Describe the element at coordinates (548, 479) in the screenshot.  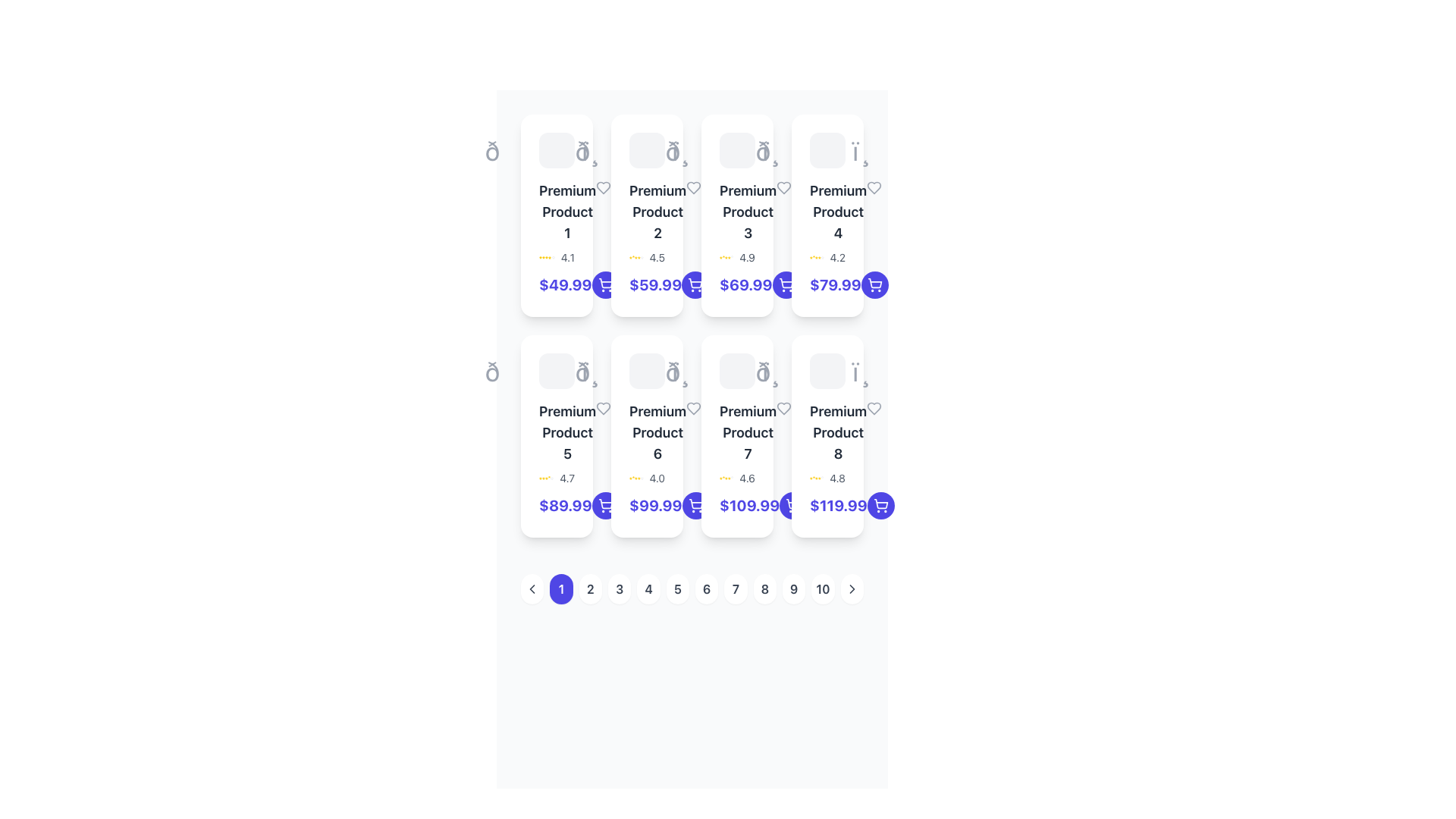
I see `the sixth yellow star icon used for rating purposes, which represents a numerical rating of '4.7' for the product` at that location.